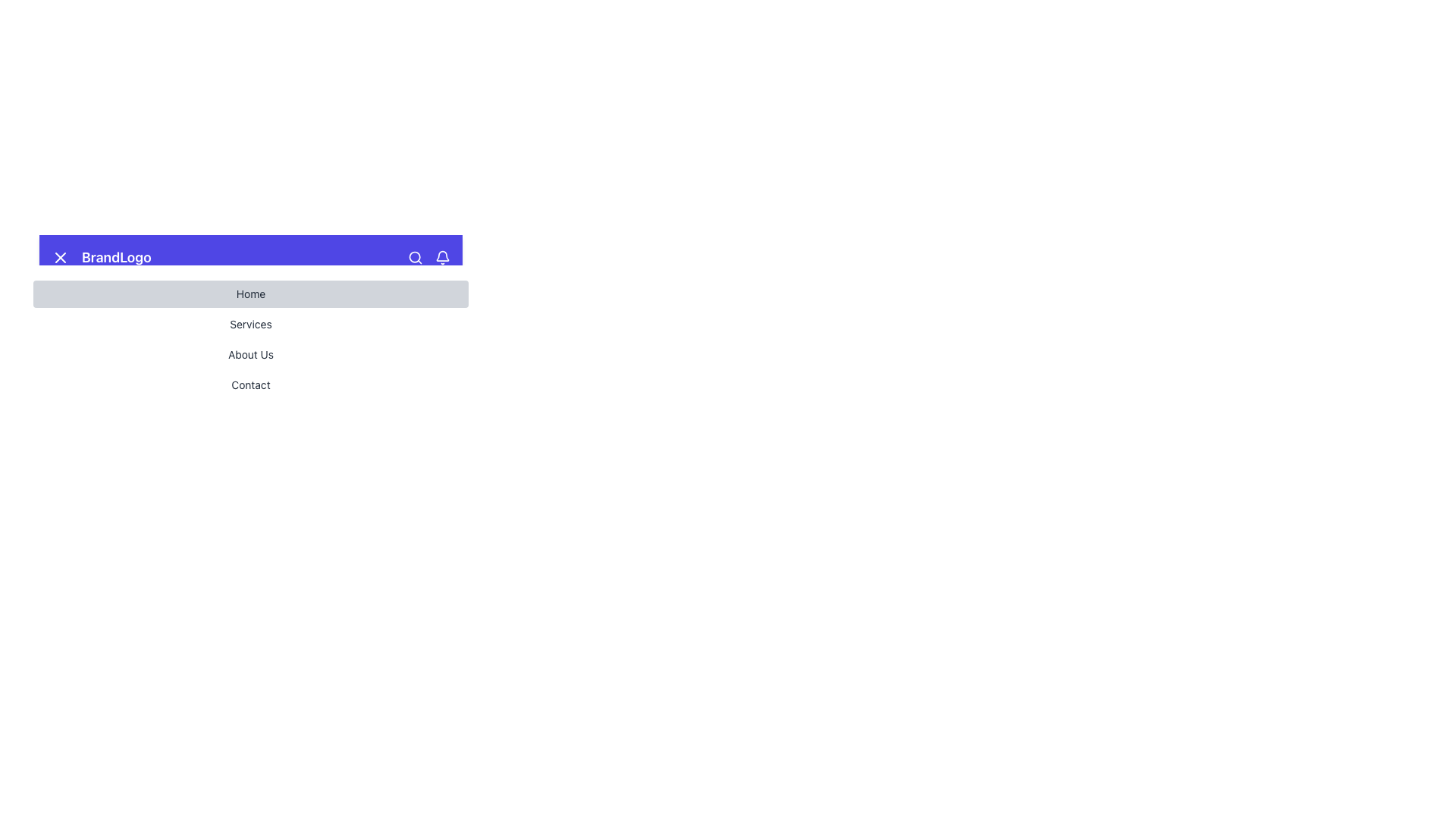 This screenshot has width=1456, height=819. Describe the element at coordinates (251, 294) in the screenshot. I see `the 'Home' navigation button located at the top-center of the vertical navigation list under the purple header bar` at that location.